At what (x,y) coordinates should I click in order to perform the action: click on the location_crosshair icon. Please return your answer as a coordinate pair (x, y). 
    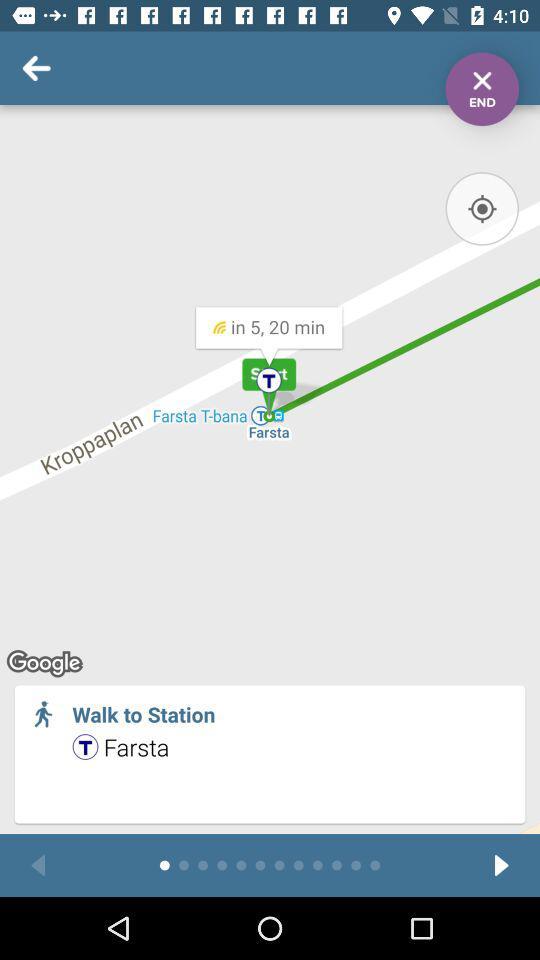
    Looking at the image, I should click on (481, 208).